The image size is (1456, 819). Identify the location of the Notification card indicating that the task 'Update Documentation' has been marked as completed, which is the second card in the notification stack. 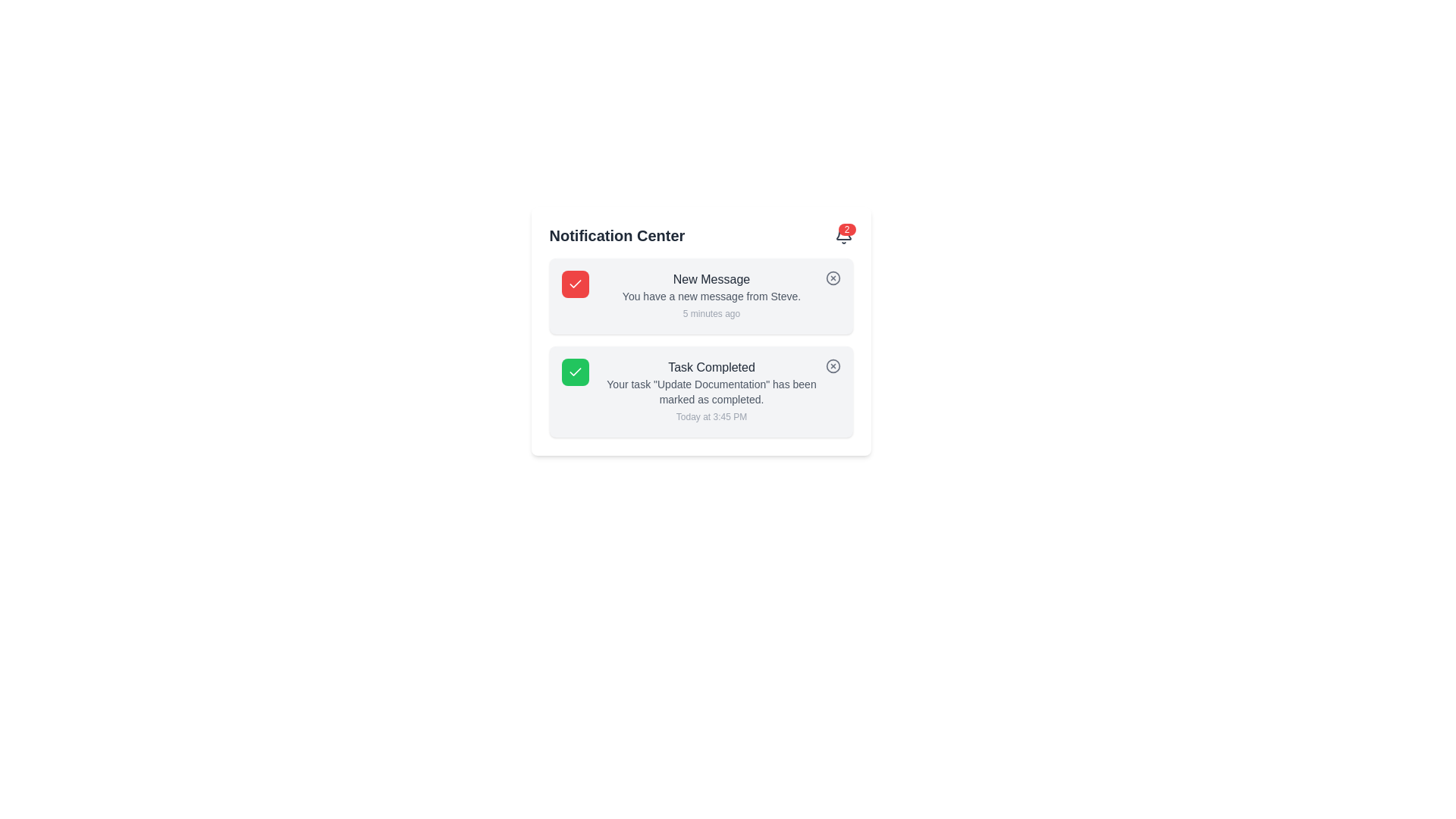
(700, 391).